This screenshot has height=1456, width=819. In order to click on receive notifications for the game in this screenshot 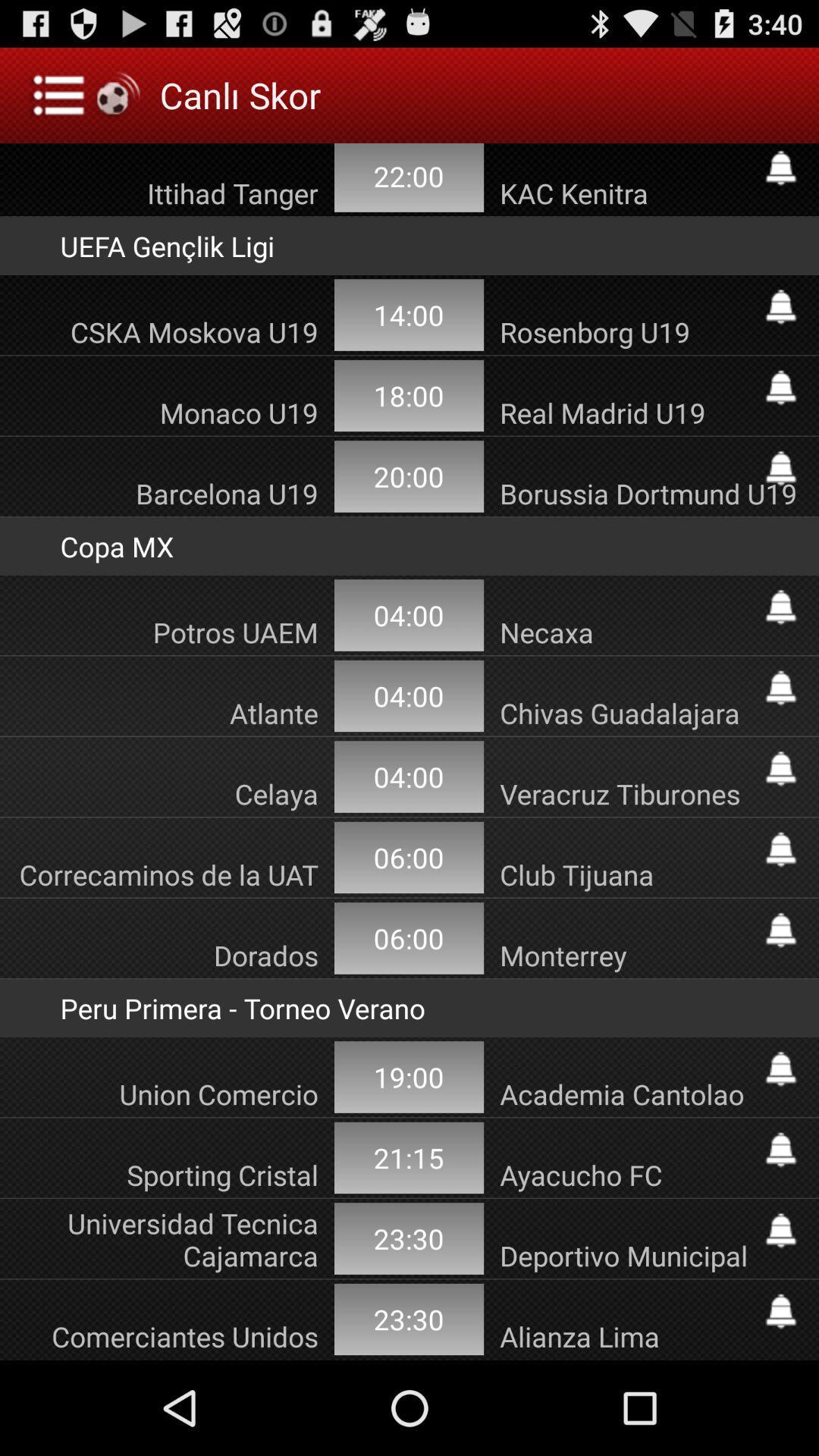, I will do `click(780, 388)`.